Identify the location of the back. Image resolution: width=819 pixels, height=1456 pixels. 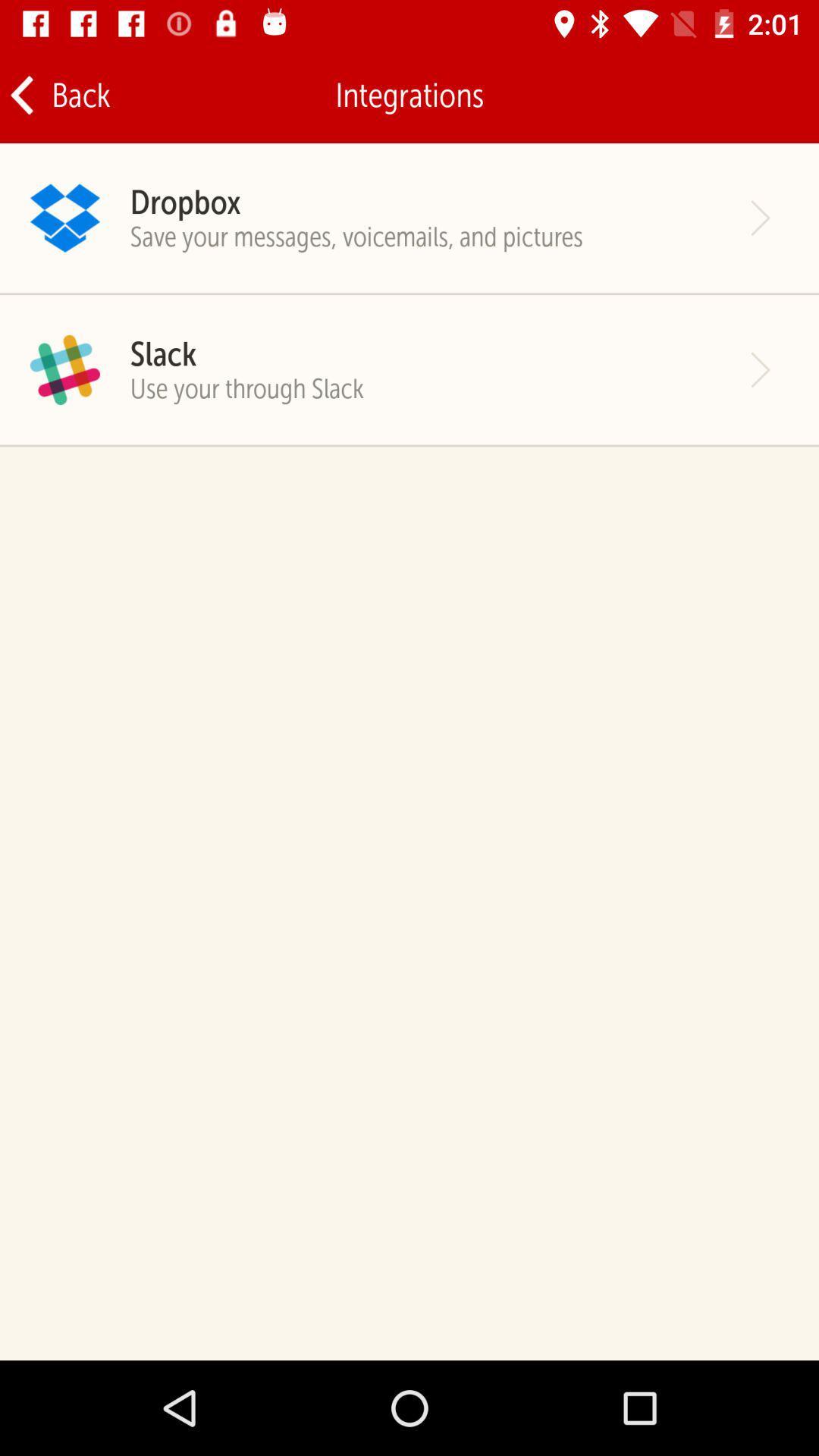
(58, 94).